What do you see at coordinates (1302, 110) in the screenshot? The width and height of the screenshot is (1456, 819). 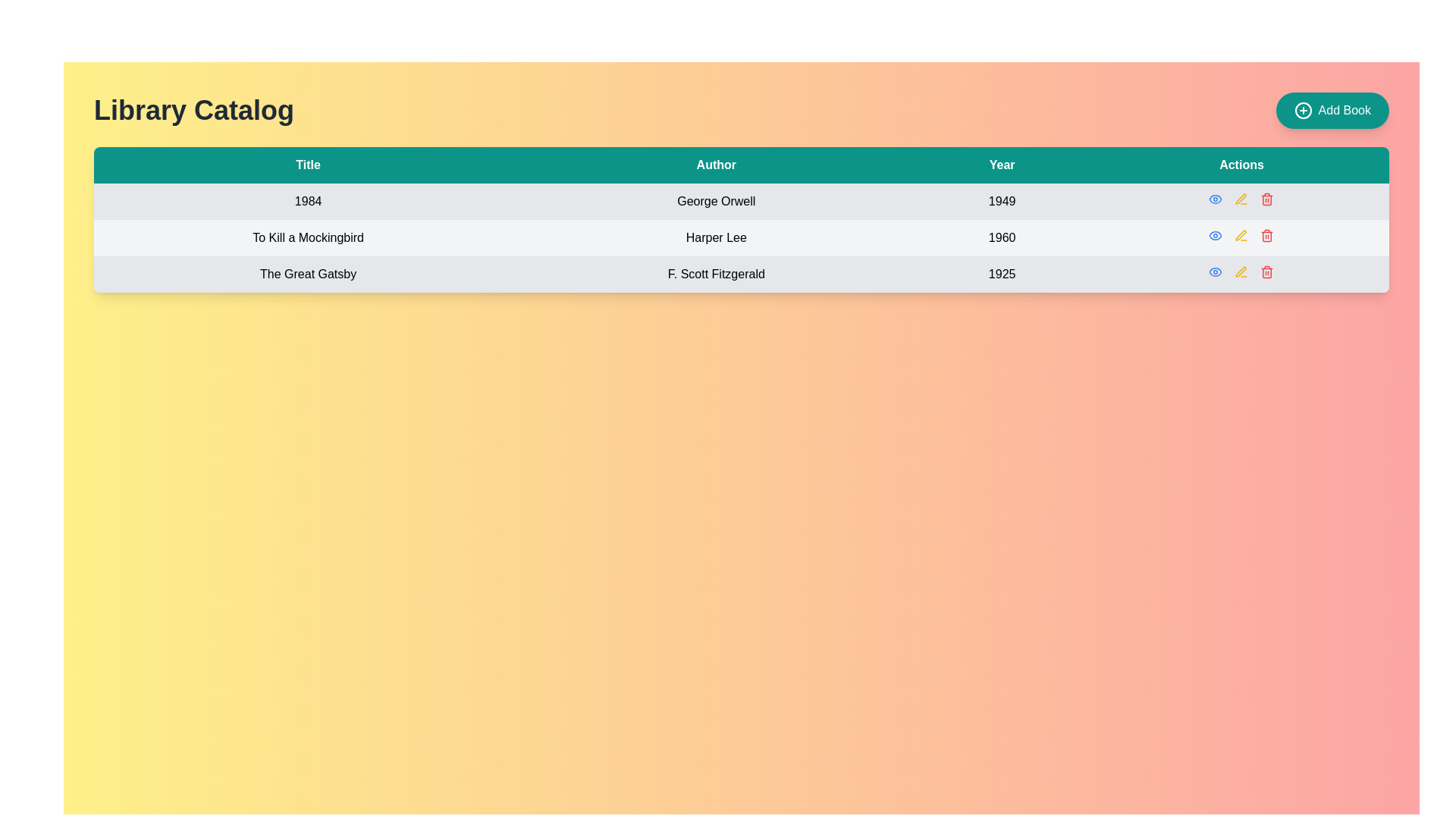 I see `the circular icon with a teal stroke color that contains a plus symbol, located to the left of the 'Add Book' text in the button` at bounding box center [1302, 110].